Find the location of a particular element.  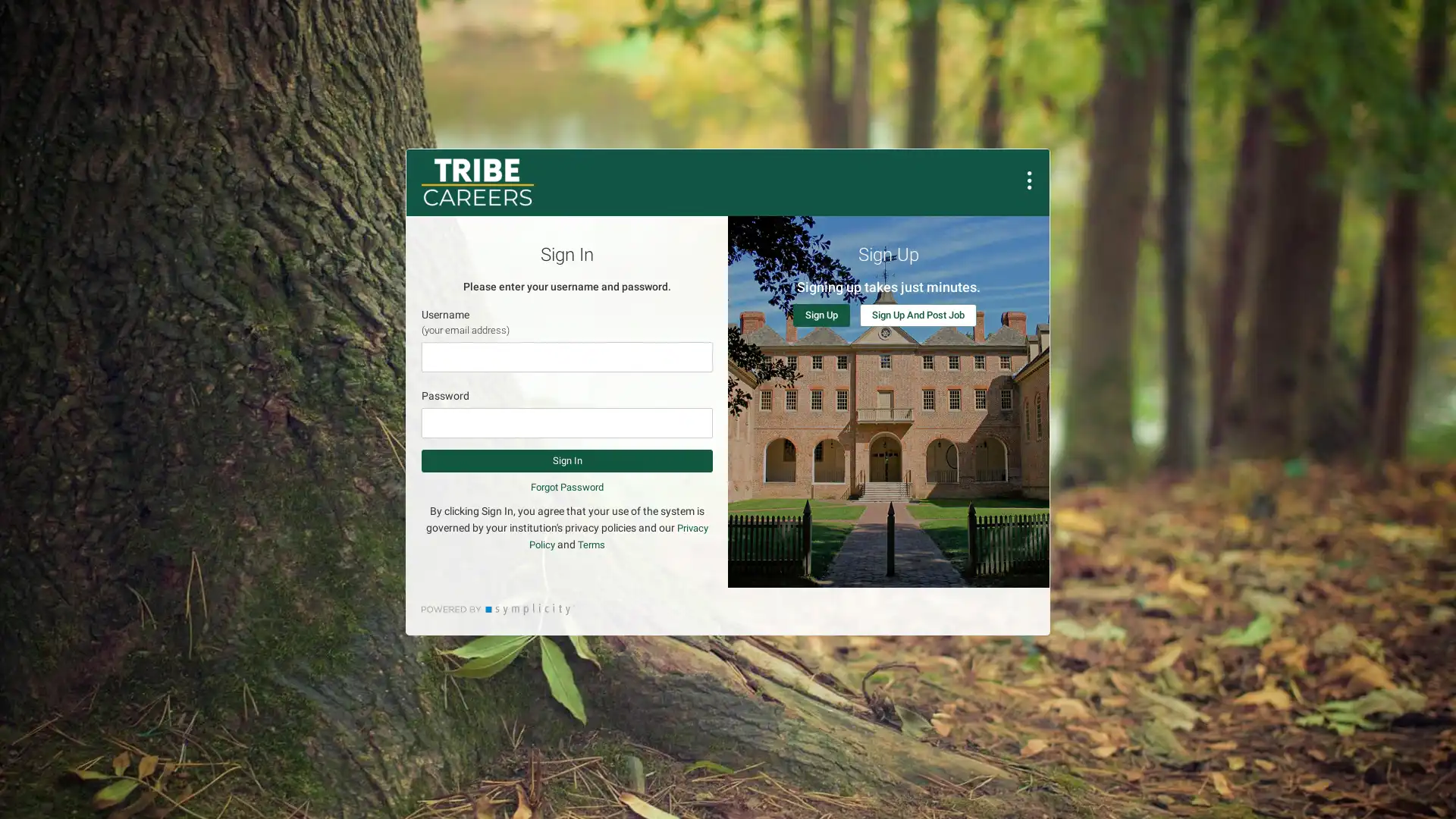

Sign Up and Post Job is located at coordinates (917, 315).